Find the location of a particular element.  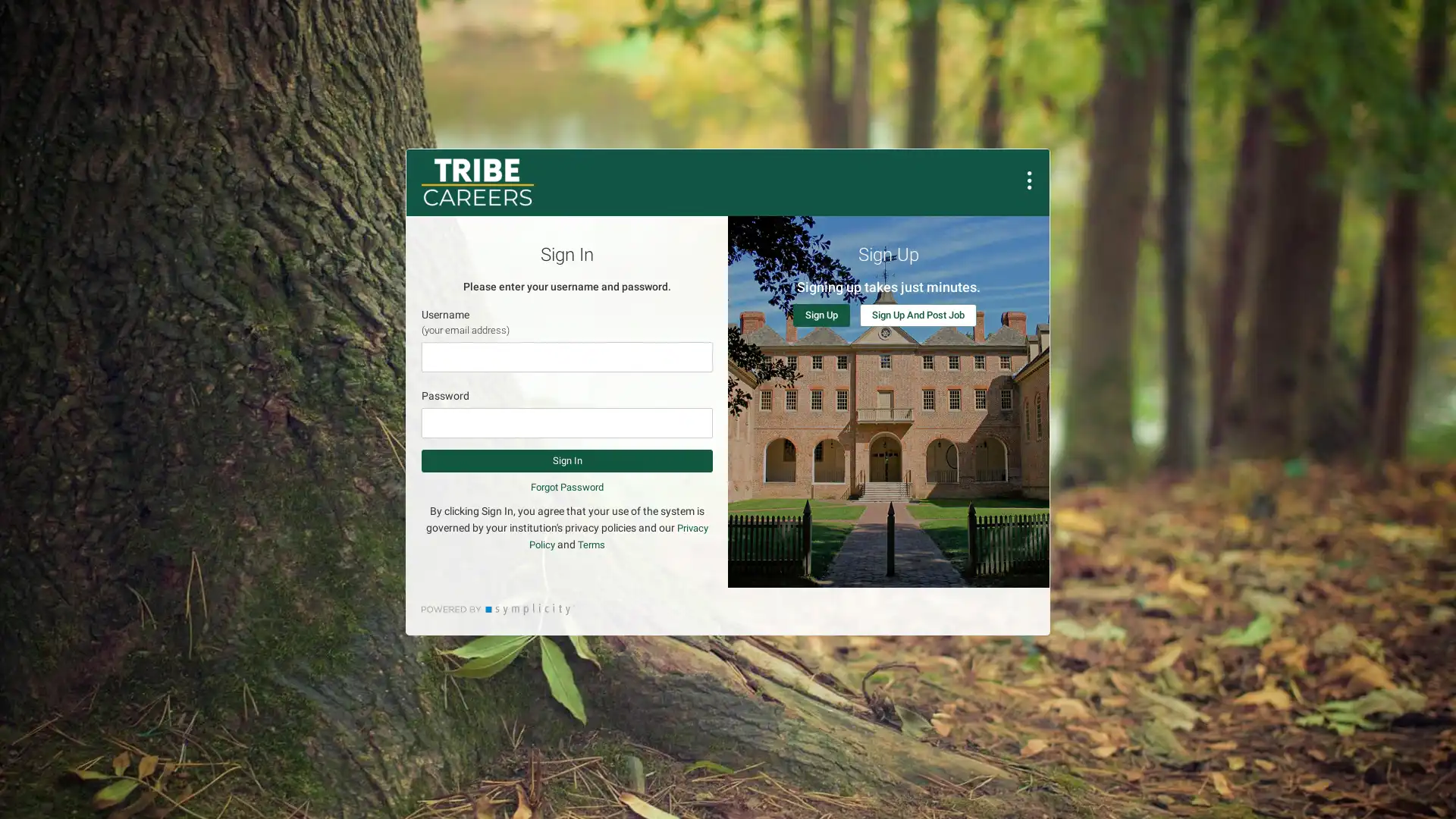

Sign Up and Post Job is located at coordinates (917, 315).